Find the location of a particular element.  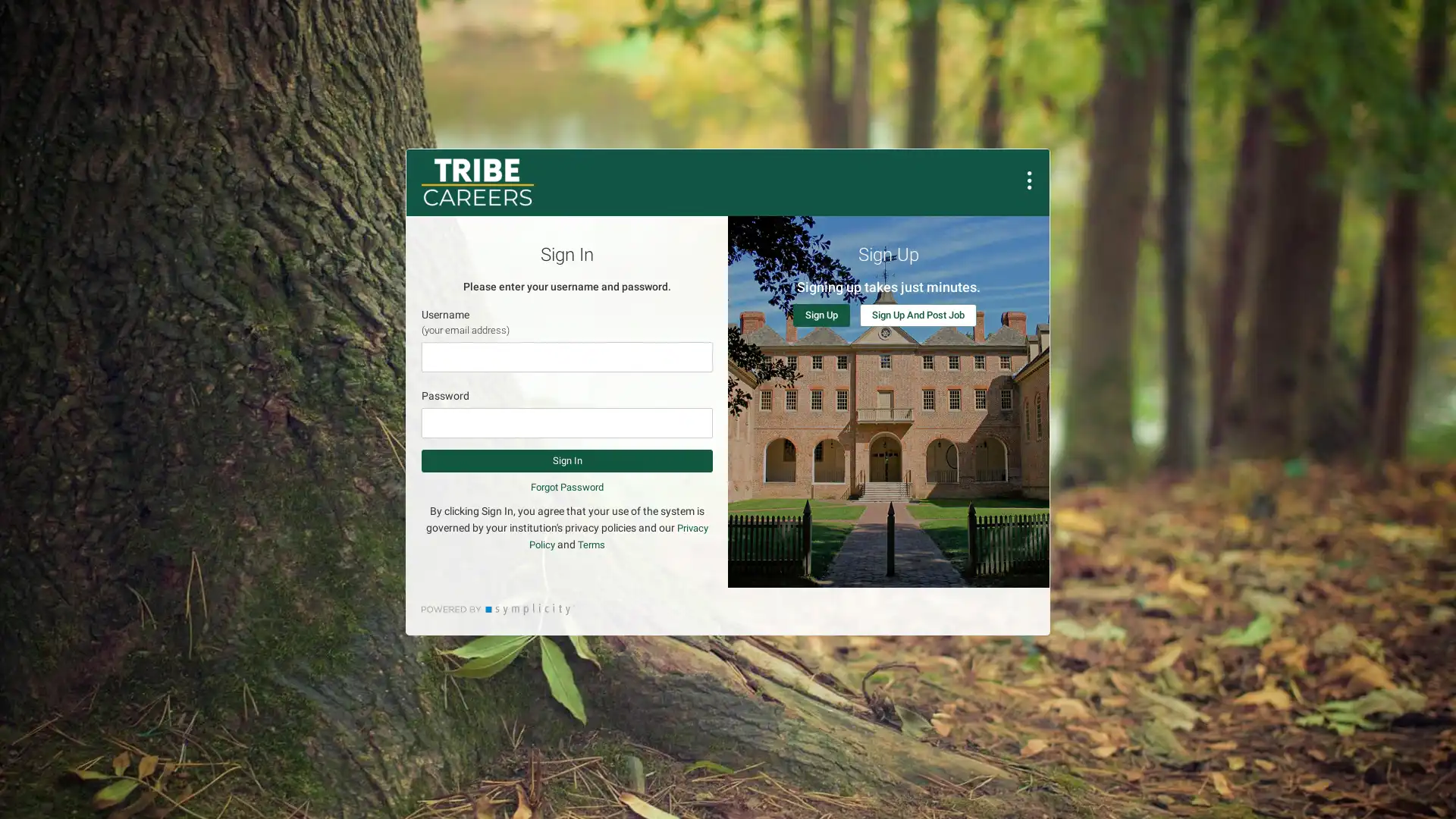

Sign Up and Post Job is located at coordinates (917, 315).